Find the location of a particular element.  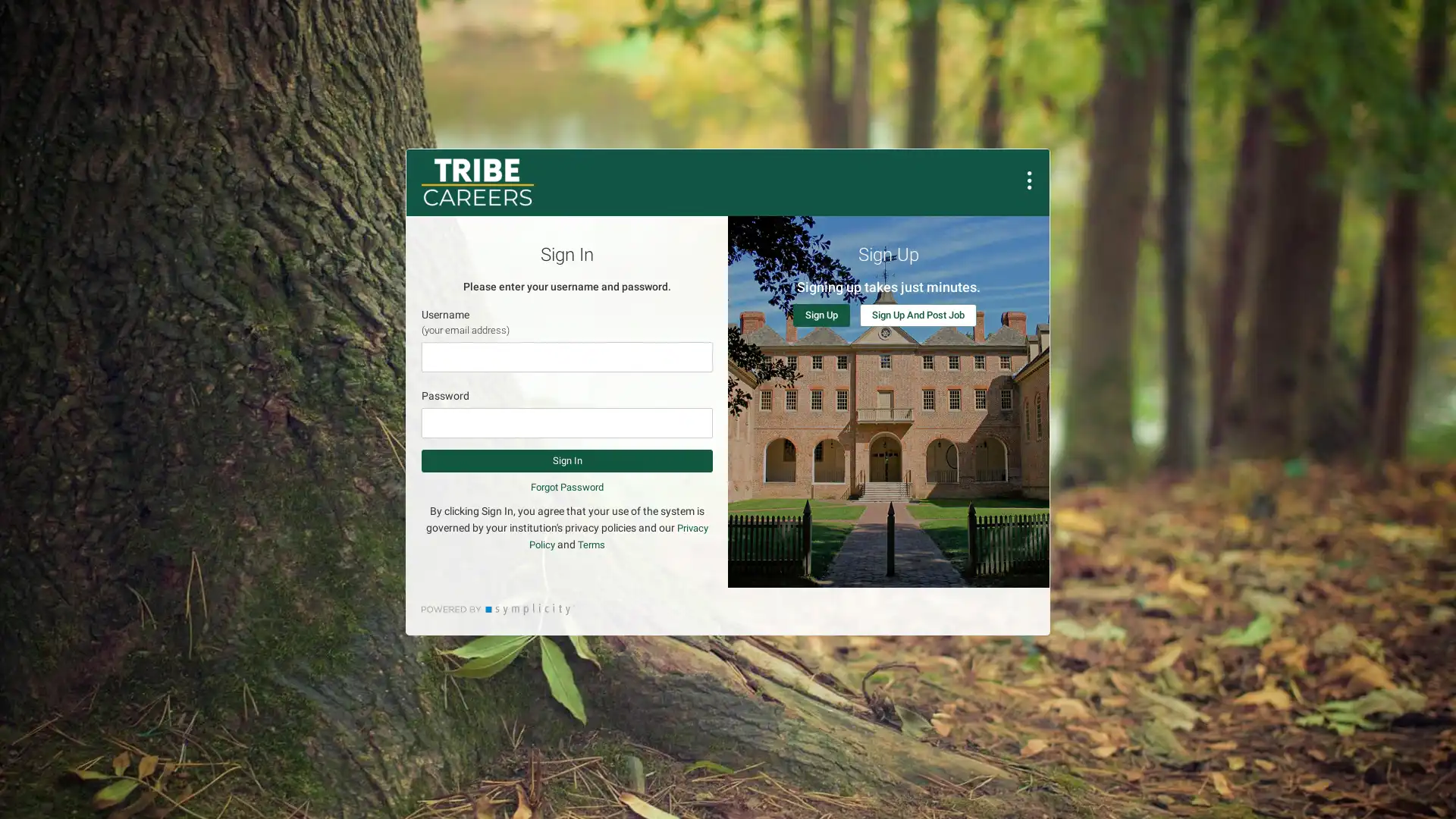

Sign Up and Post Job is located at coordinates (917, 315).